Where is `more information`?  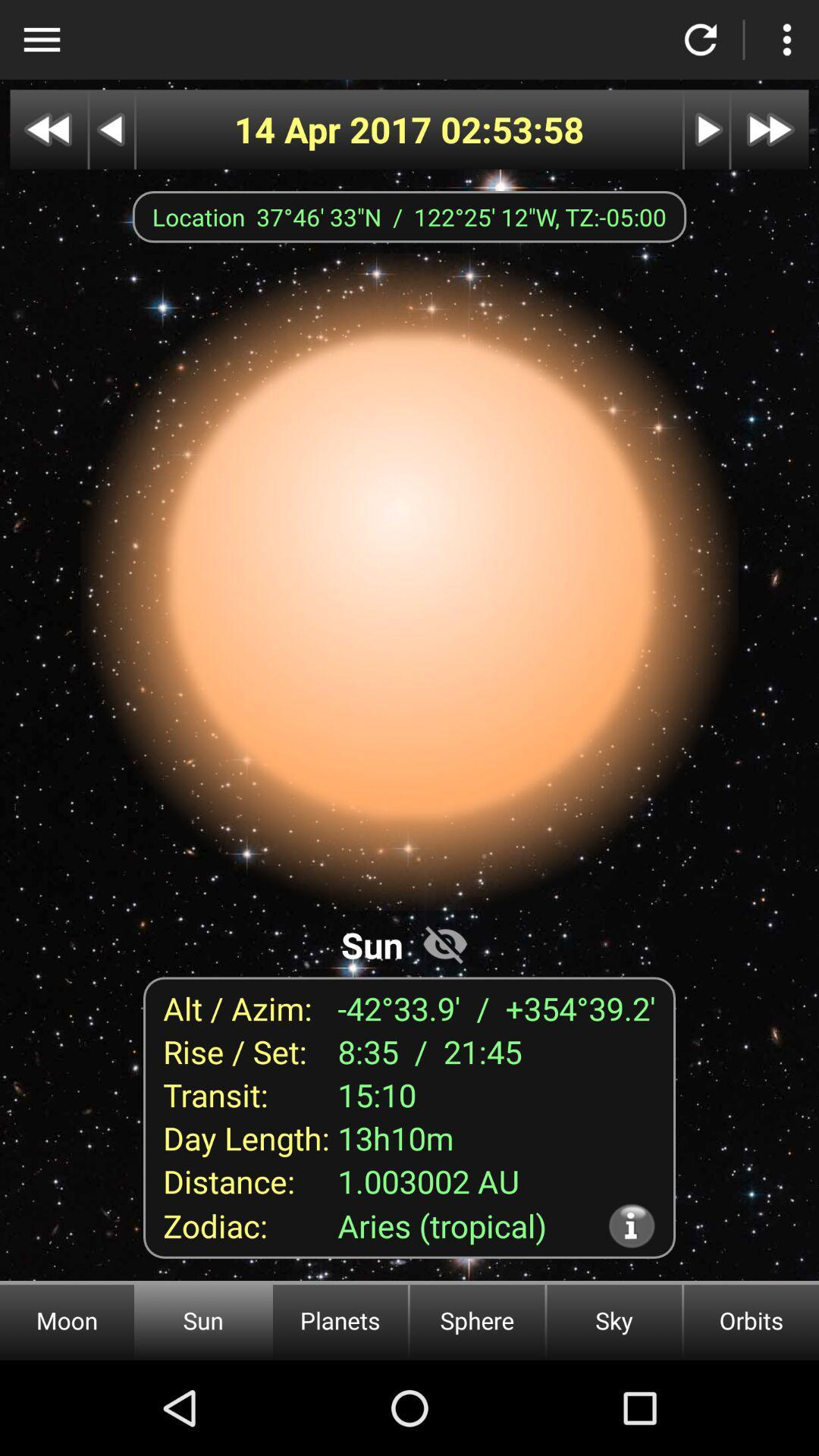 more information is located at coordinates (632, 1225).